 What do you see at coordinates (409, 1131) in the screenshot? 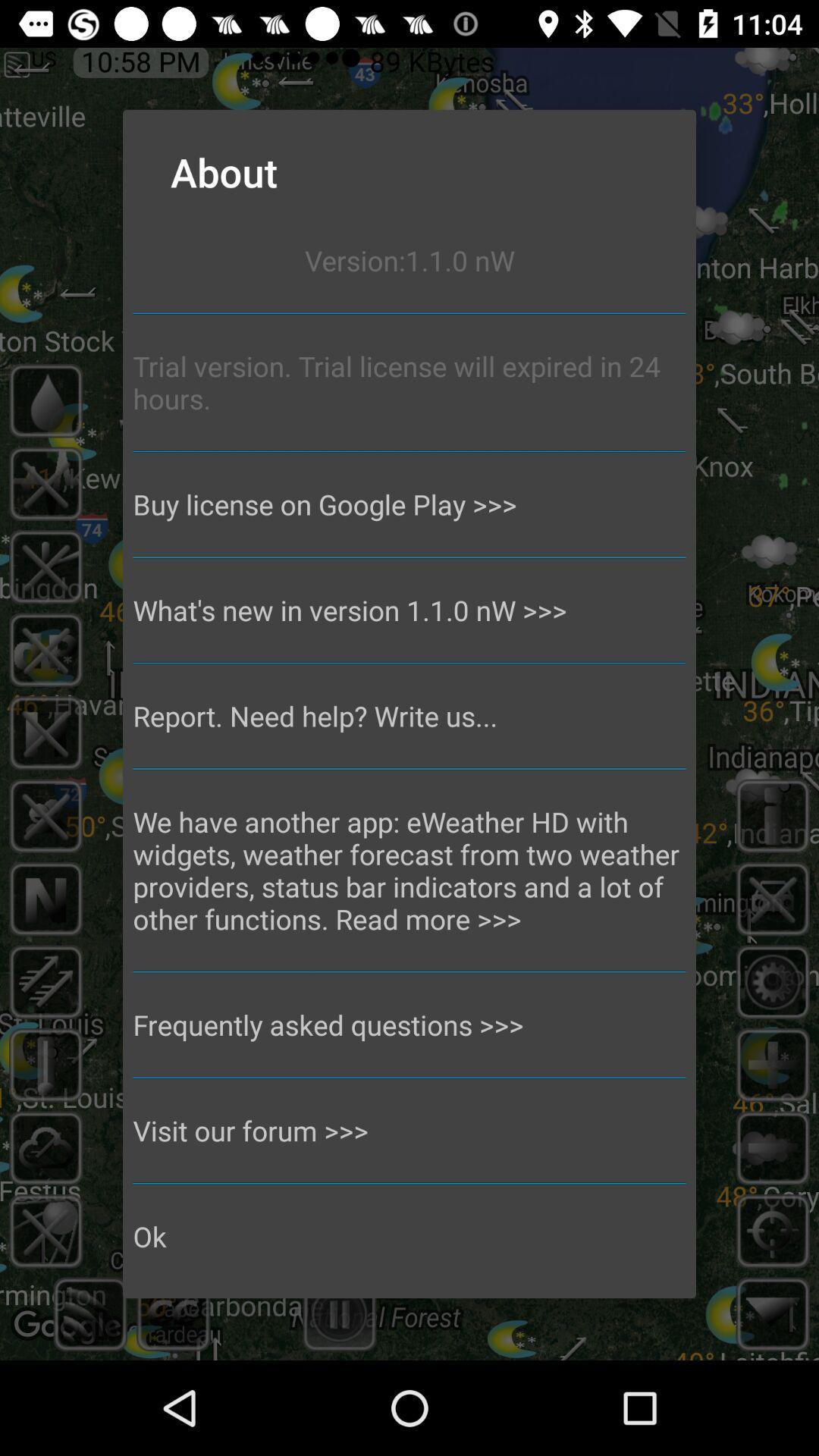
I see `visit our forum >>> icon` at bounding box center [409, 1131].